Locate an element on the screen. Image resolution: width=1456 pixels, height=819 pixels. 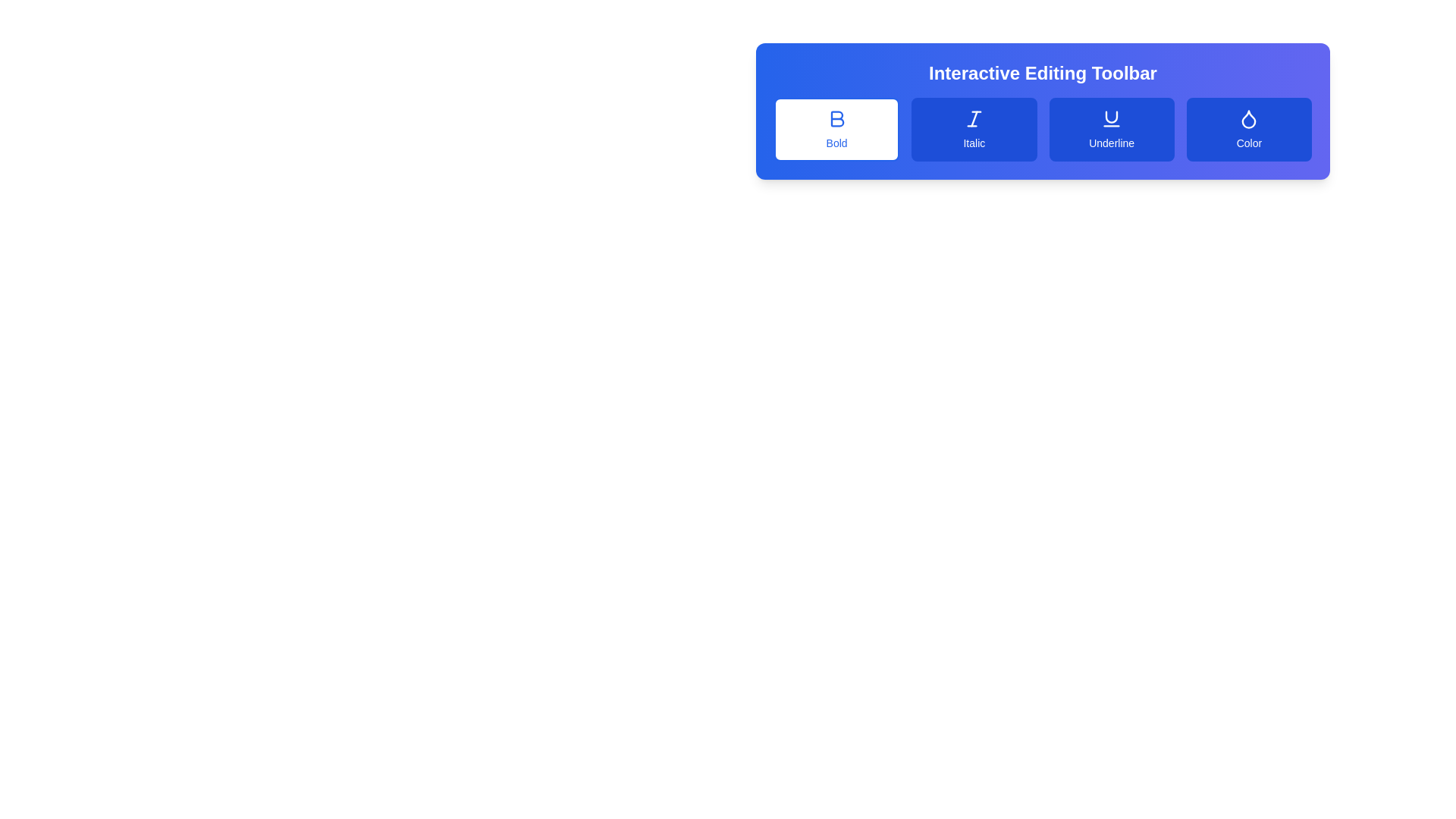
the Interactive Editing Toolbar located at the top-right area of the interface is located at coordinates (1042, 110).